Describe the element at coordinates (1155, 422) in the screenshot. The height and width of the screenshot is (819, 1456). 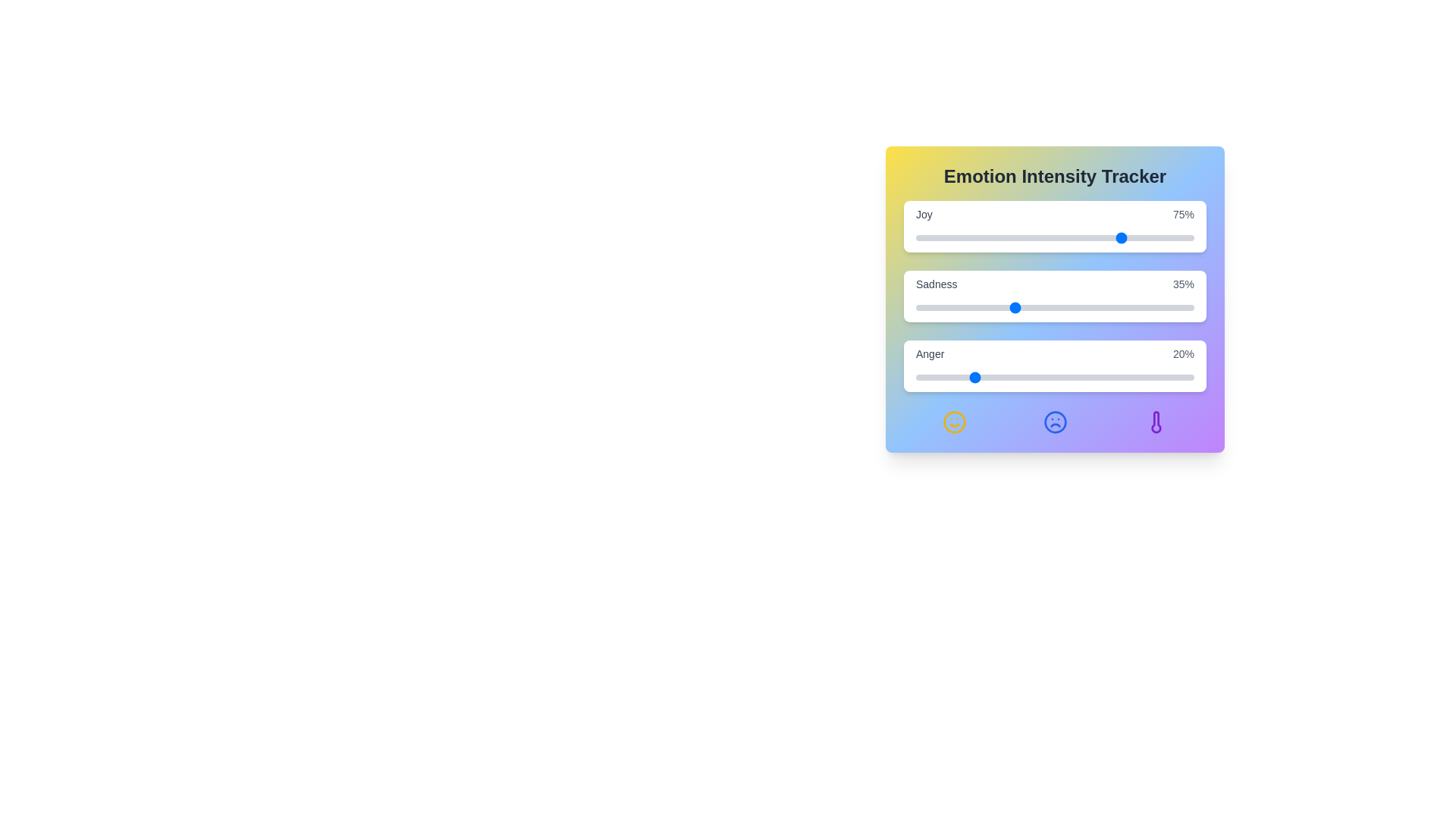
I see `the thermometer icon to interact with it` at that location.